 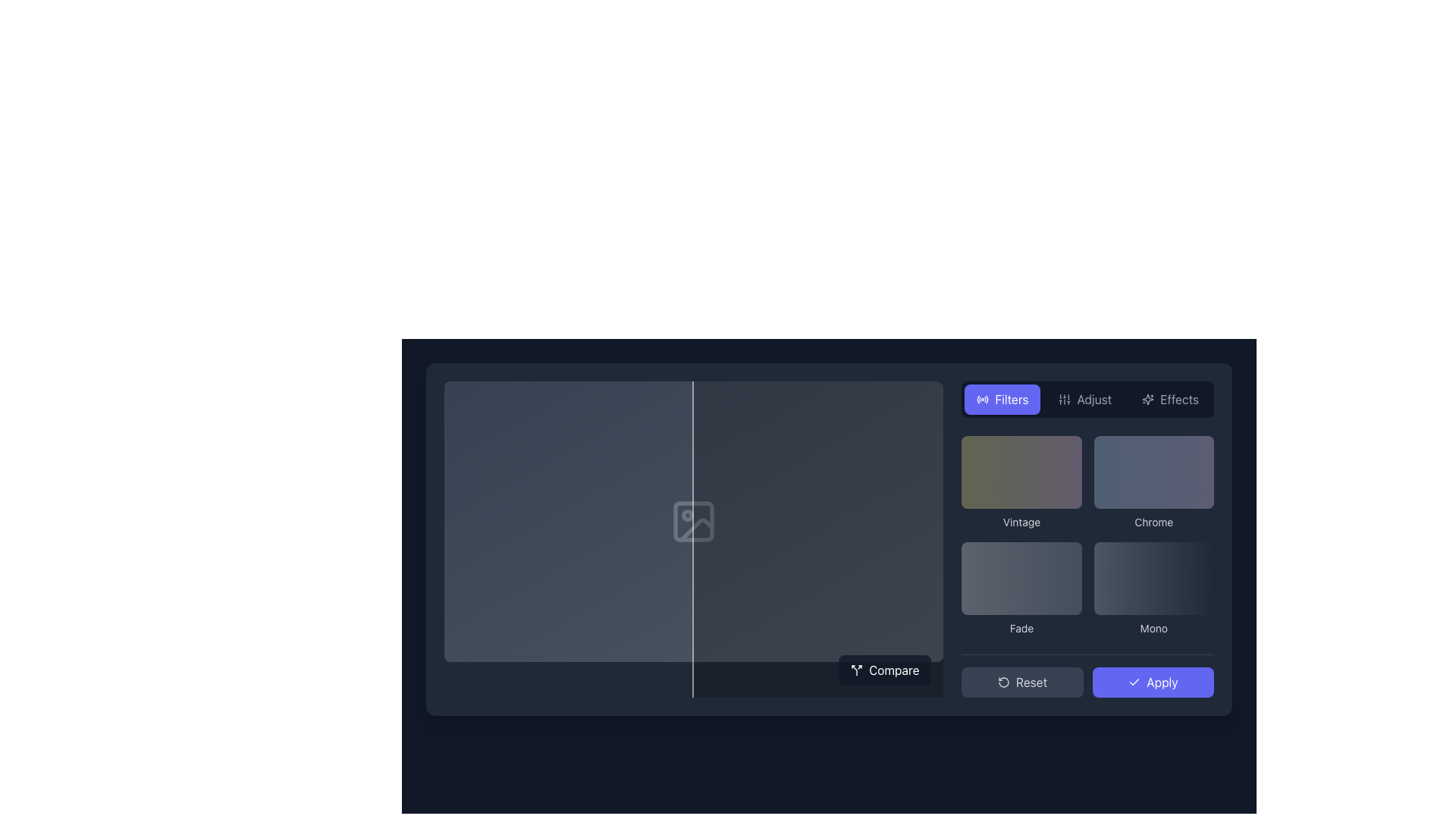 I want to click on the 'Apply' button, which is a primary action button styled with a purple background and white text, located to the right of the 'Reset' button in the two-button group at the bottom of the right panel, so click(x=1087, y=675).